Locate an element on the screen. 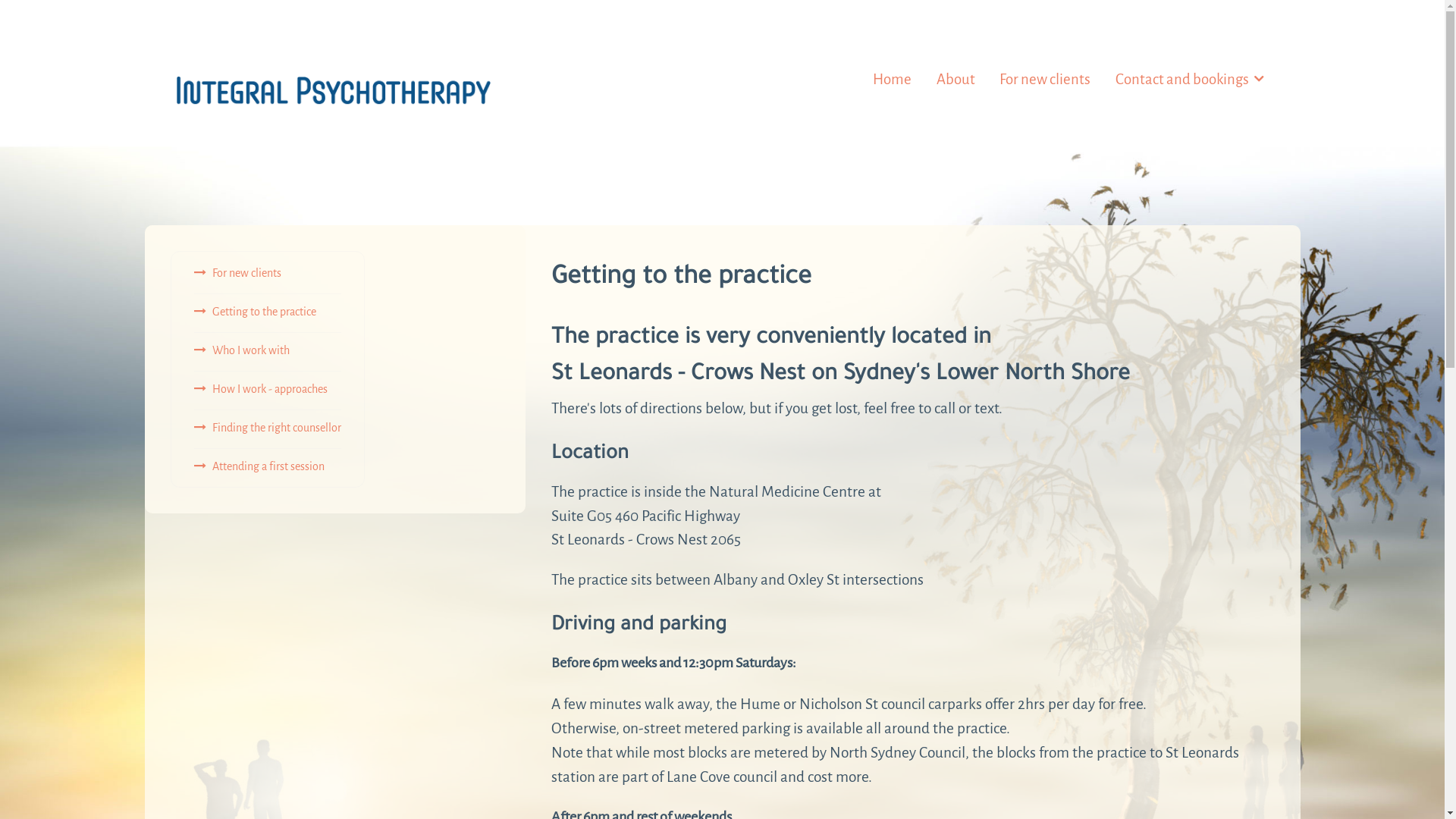 The image size is (1456, 819). 'Contact and bookings' is located at coordinates (1188, 79).